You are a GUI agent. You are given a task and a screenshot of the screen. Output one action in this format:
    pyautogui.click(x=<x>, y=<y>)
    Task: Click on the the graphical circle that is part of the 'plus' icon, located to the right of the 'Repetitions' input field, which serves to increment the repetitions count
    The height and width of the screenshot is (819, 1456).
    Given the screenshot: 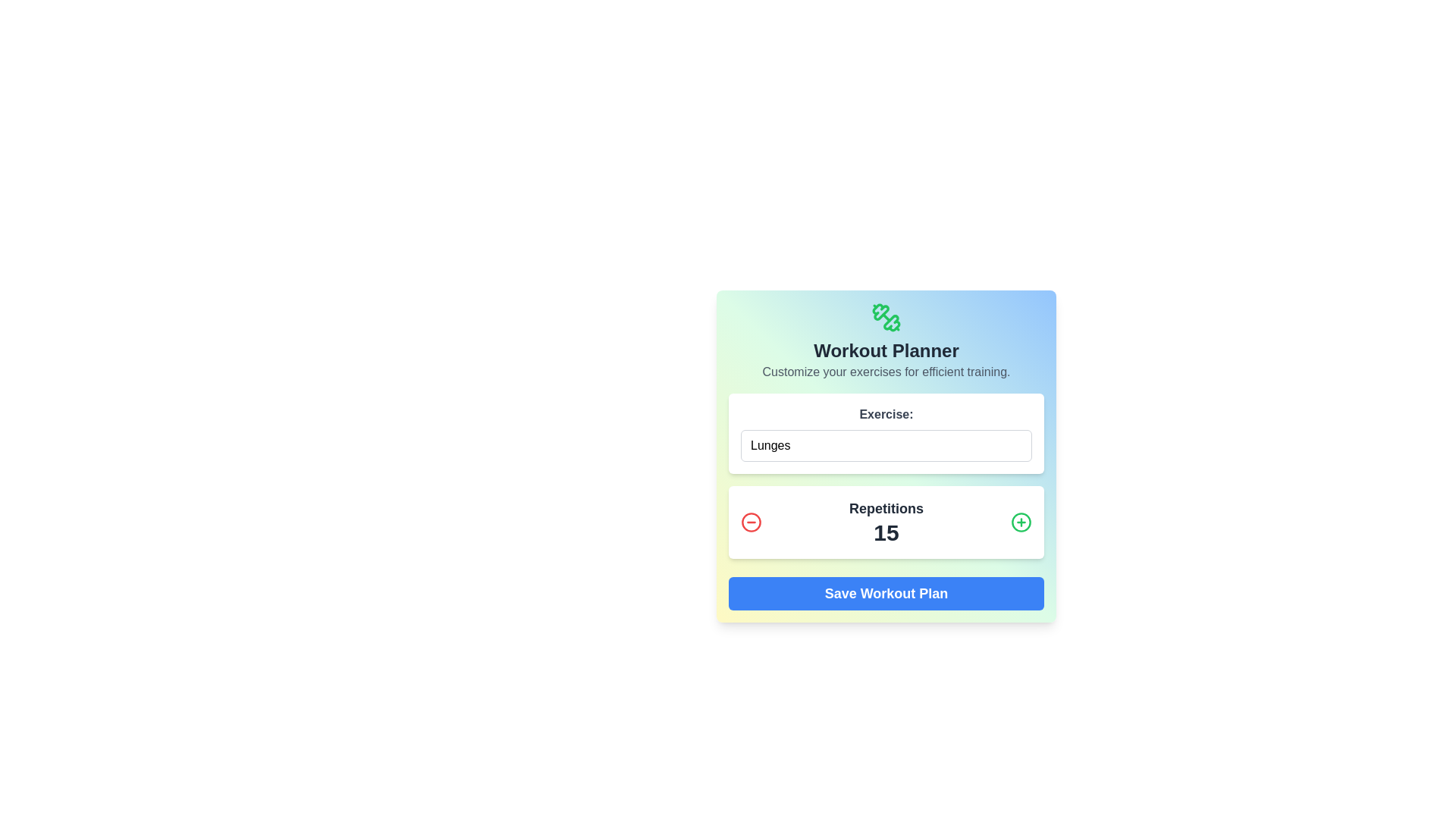 What is the action you would take?
    pyautogui.click(x=1021, y=522)
    